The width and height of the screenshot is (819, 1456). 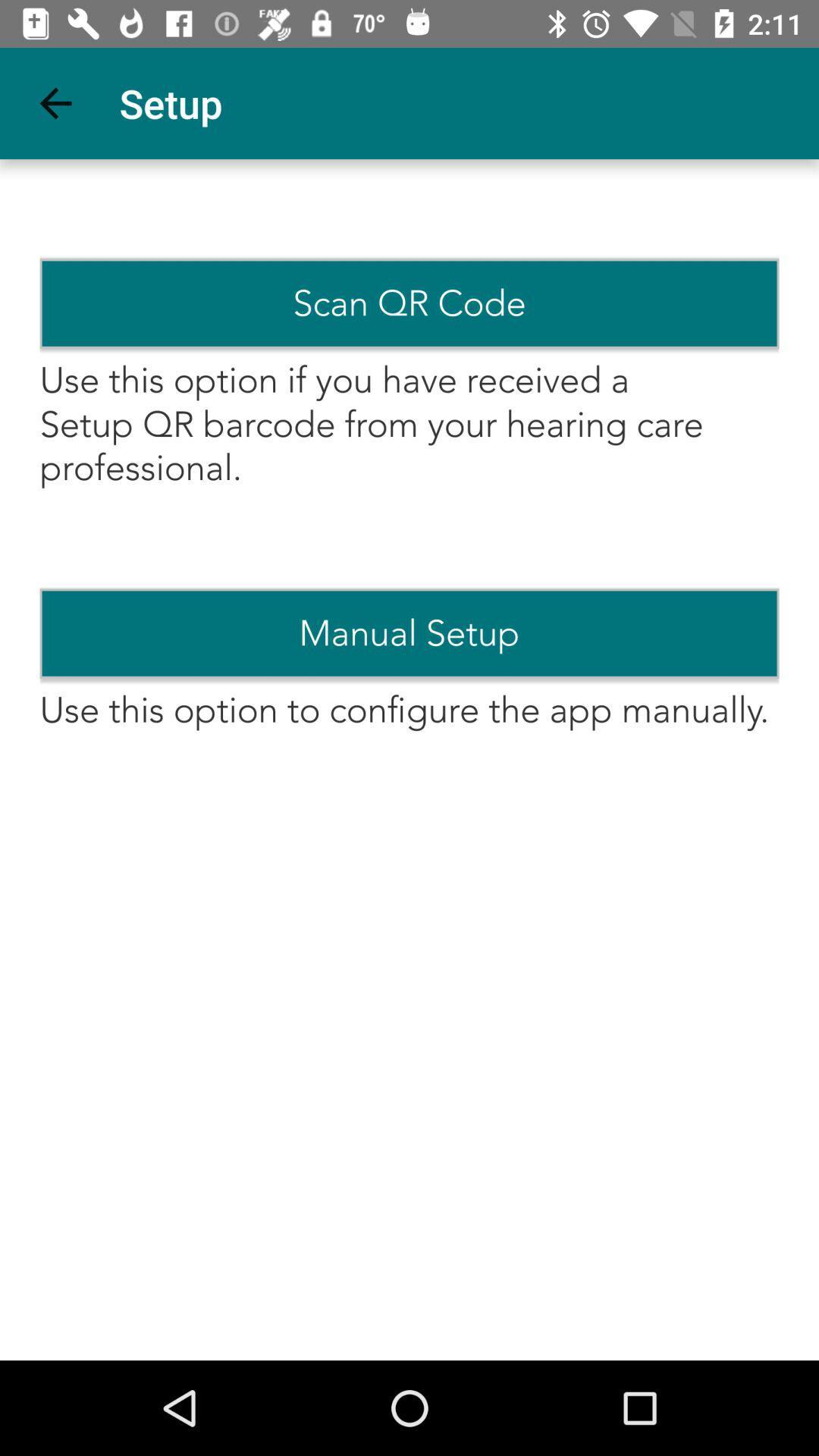 What do you see at coordinates (55, 102) in the screenshot?
I see `the item next to setup` at bounding box center [55, 102].